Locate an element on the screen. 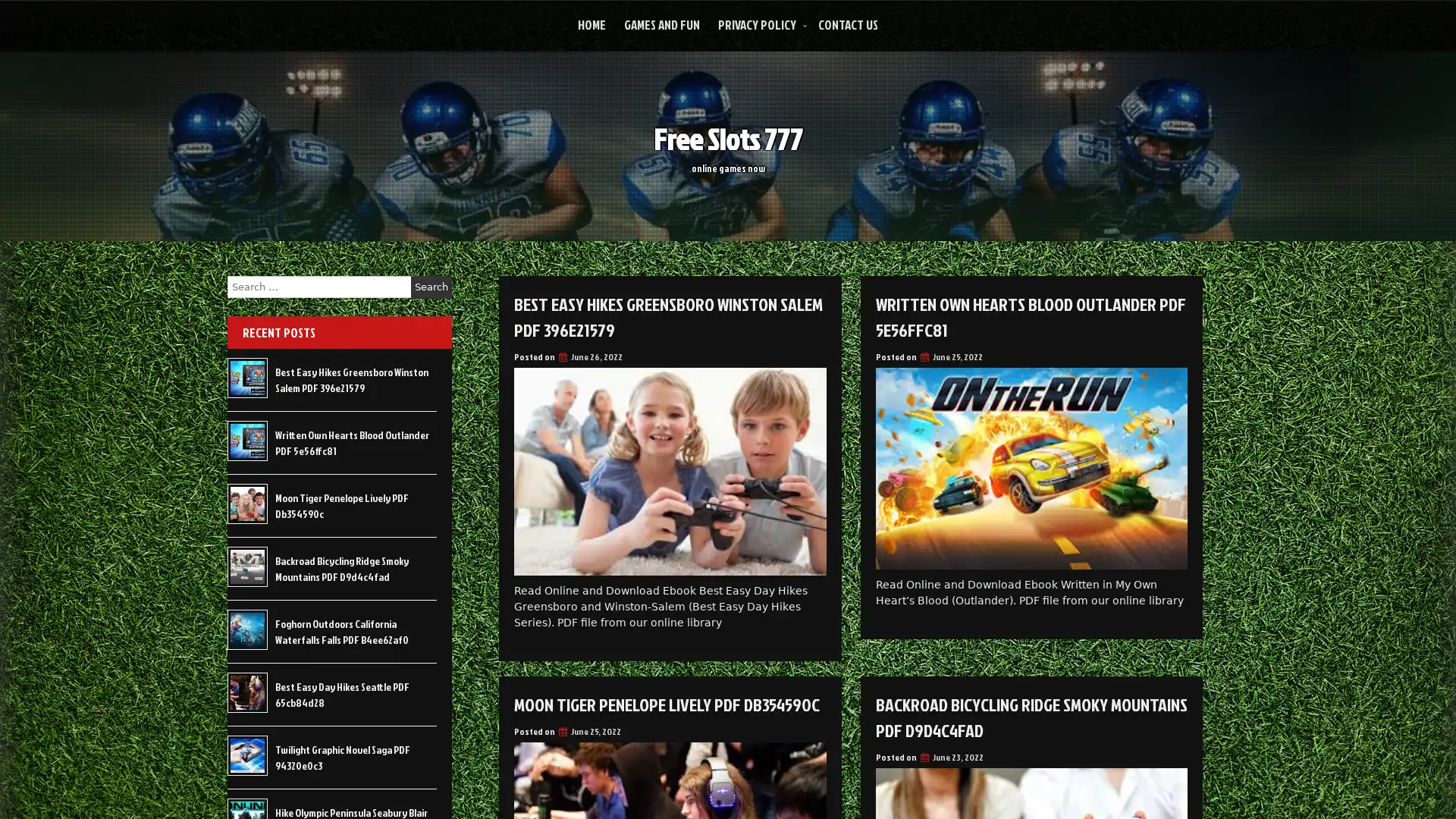 The height and width of the screenshot is (819, 1456). Search is located at coordinates (431, 287).